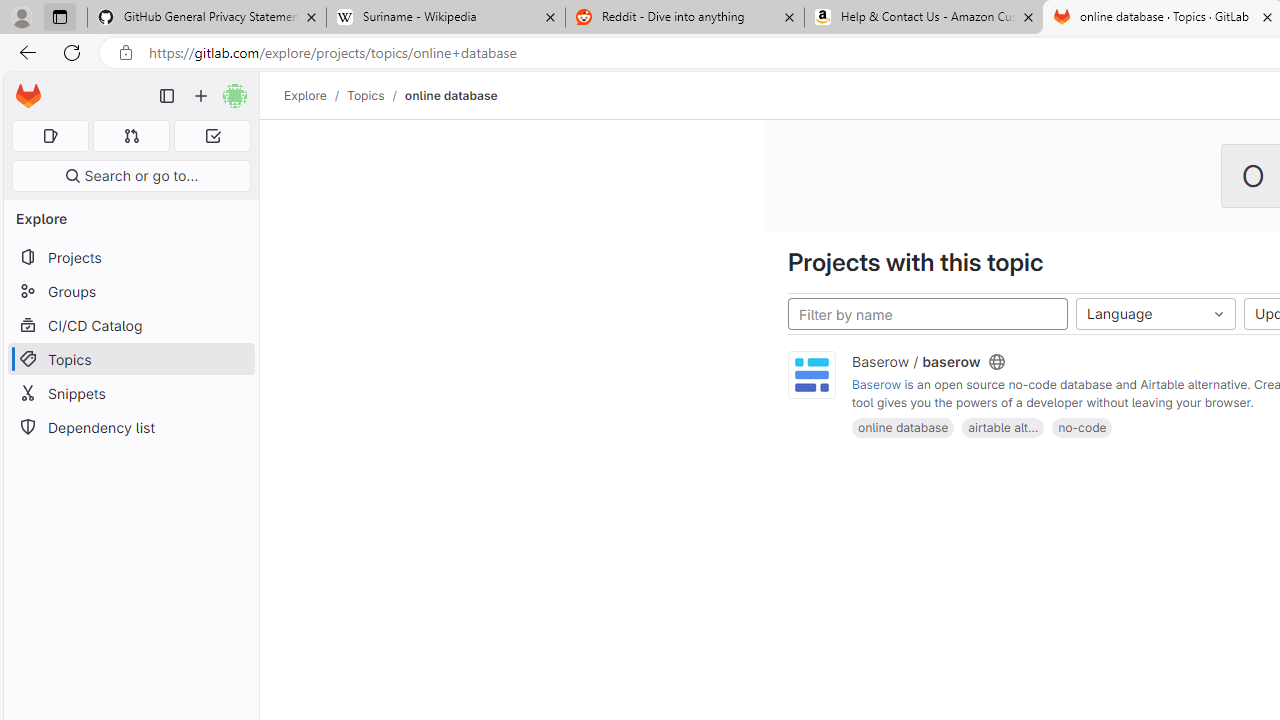 This screenshot has width=1280, height=720. Describe the element at coordinates (207, 17) in the screenshot. I see `'GitHub General Privacy Statement - GitHub Docs'` at that location.